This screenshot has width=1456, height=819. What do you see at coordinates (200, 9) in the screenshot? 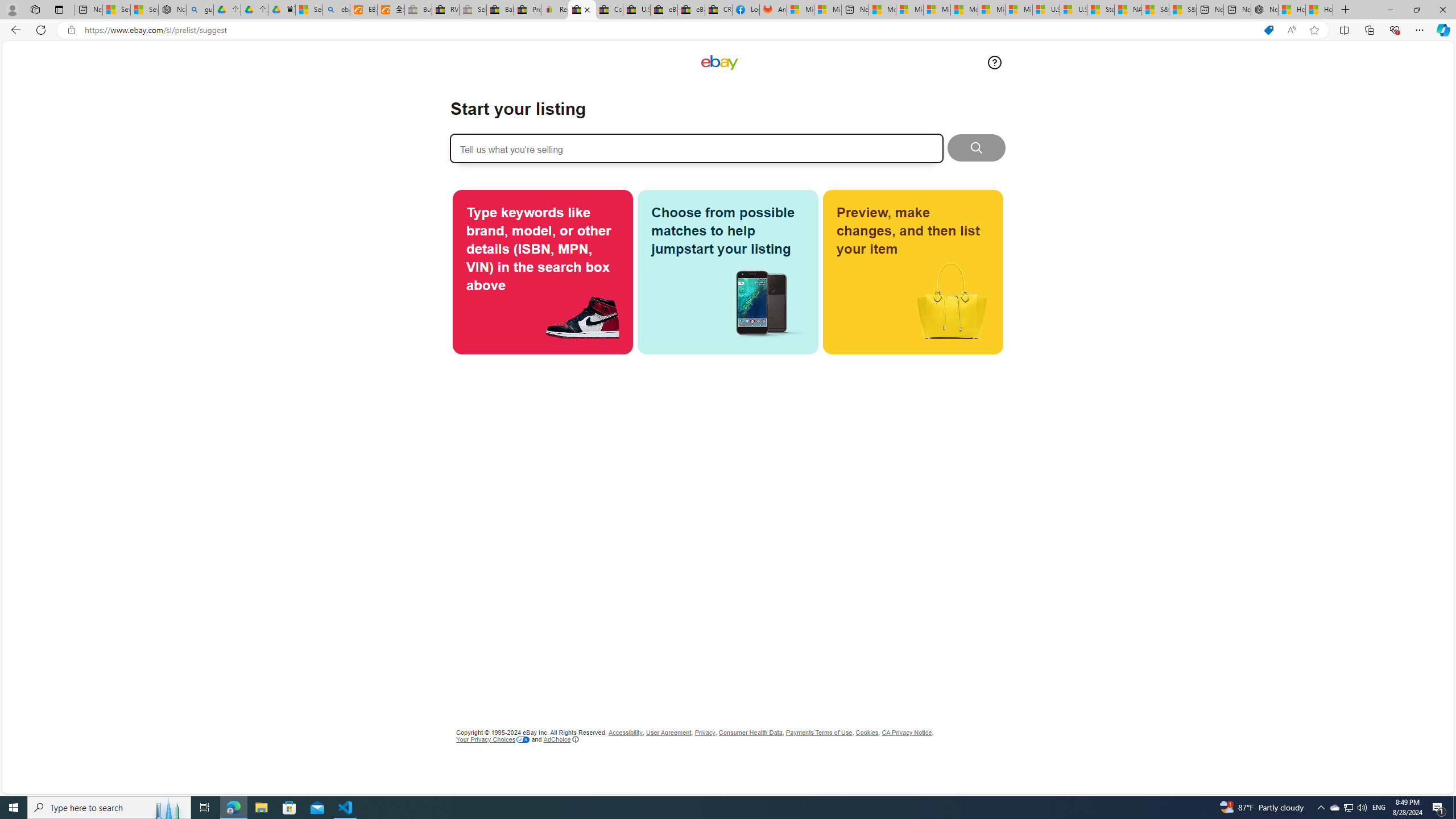
I see `'guge yunpan - Search'` at bounding box center [200, 9].